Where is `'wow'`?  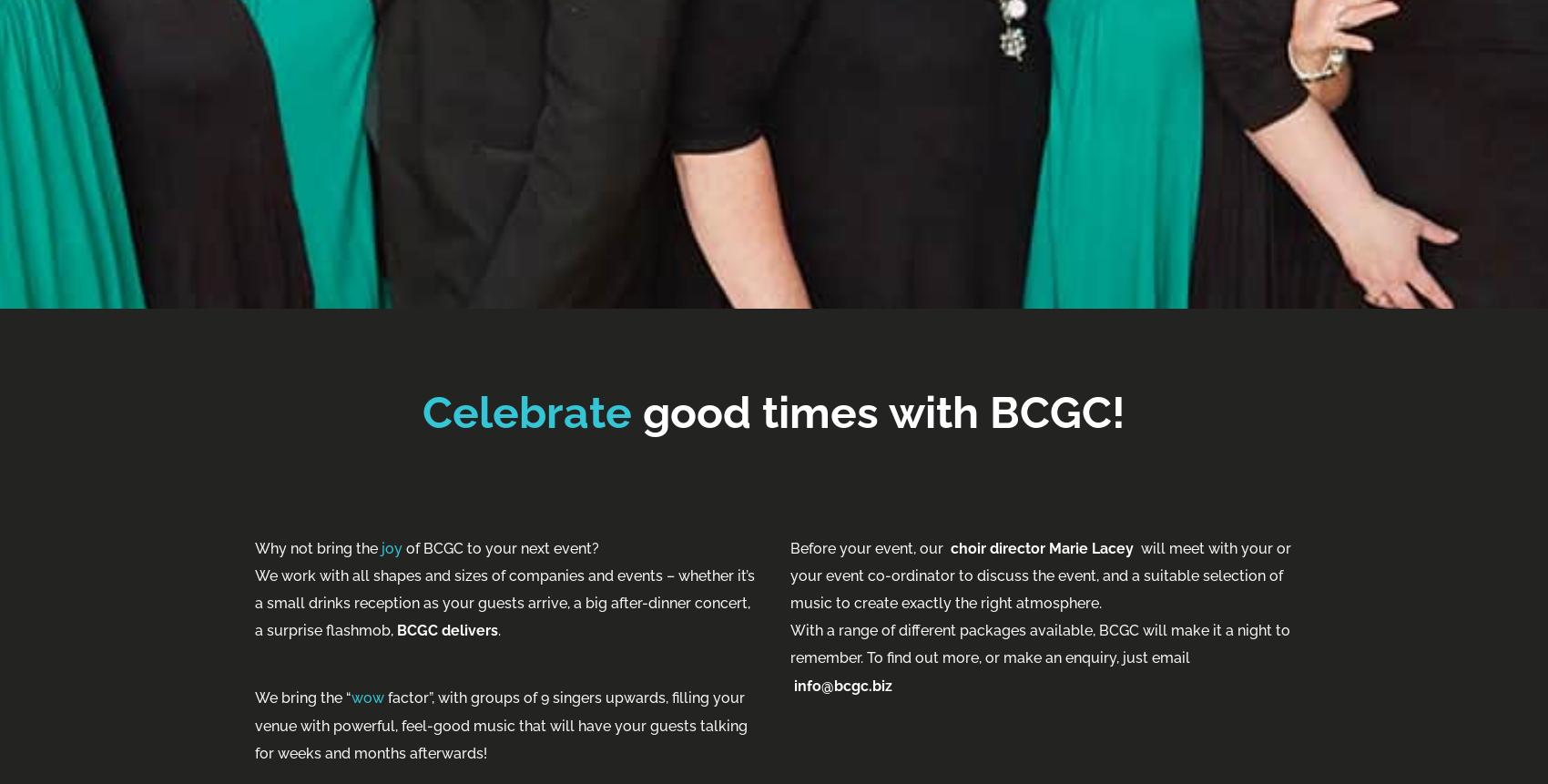
'wow' is located at coordinates (351, 697).